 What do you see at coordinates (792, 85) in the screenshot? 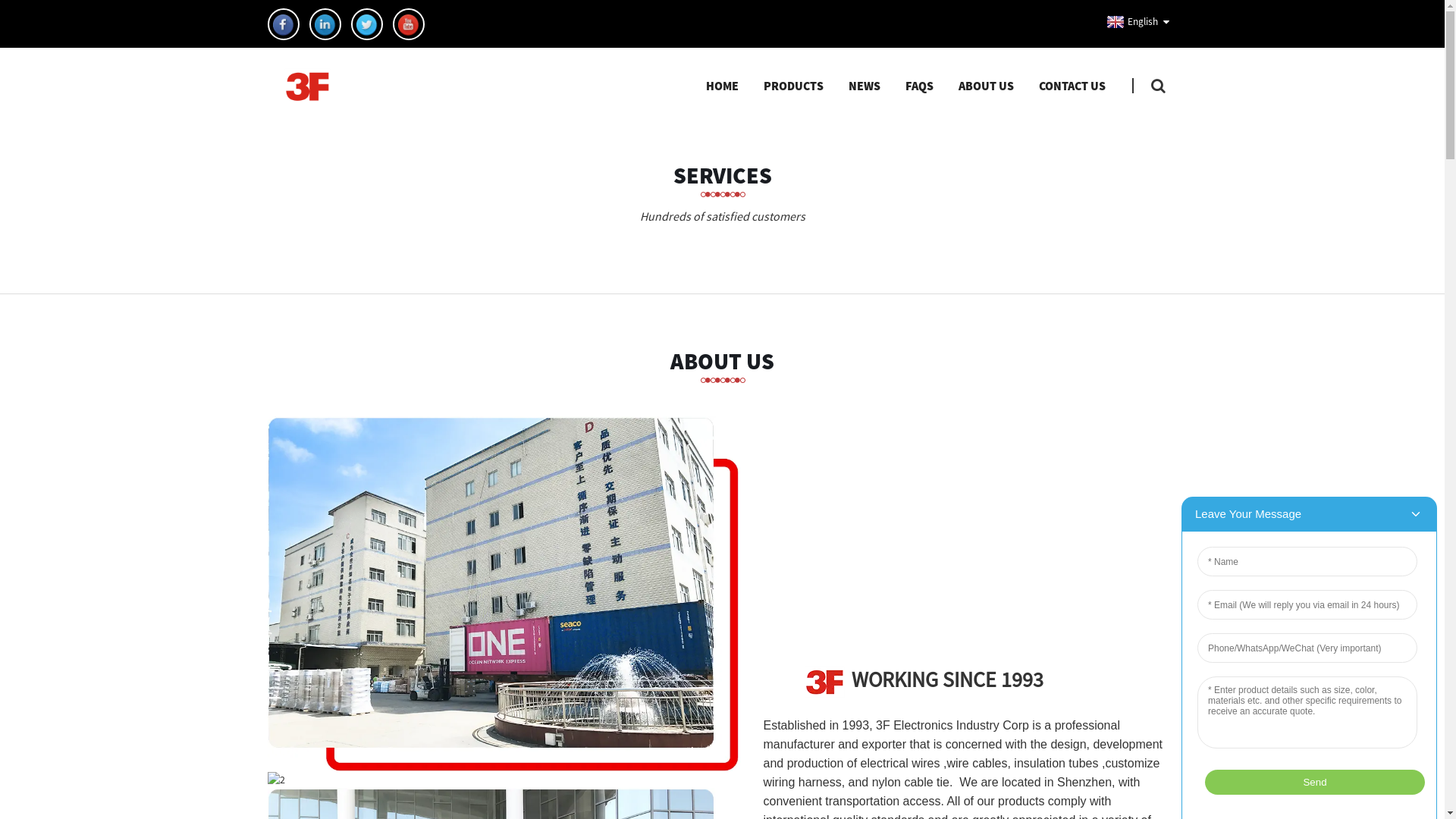
I see `'PRODUCTS'` at bounding box center [792, 85].